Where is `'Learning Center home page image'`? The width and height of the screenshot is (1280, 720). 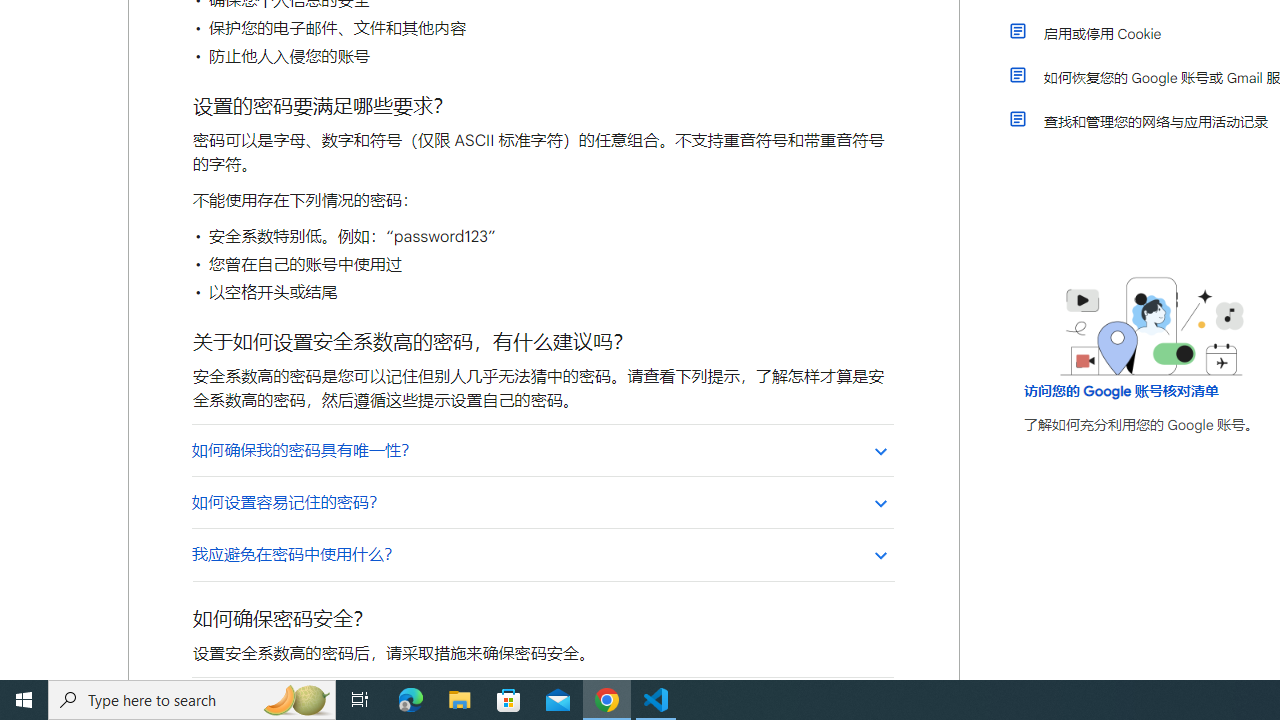 'Learning Center home page image' is located at coordinates (1152, 325).